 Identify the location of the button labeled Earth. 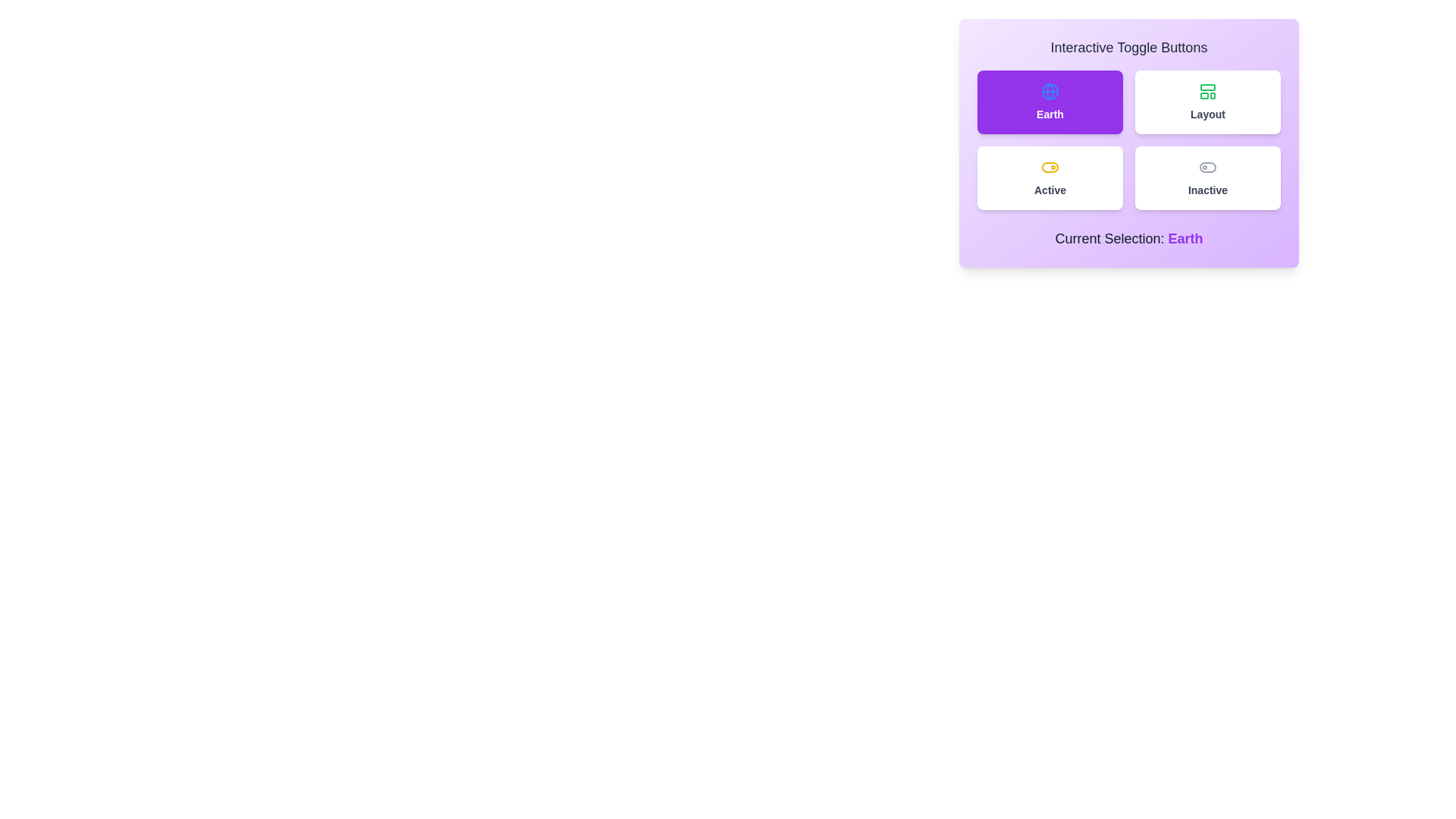
(1050, 102).